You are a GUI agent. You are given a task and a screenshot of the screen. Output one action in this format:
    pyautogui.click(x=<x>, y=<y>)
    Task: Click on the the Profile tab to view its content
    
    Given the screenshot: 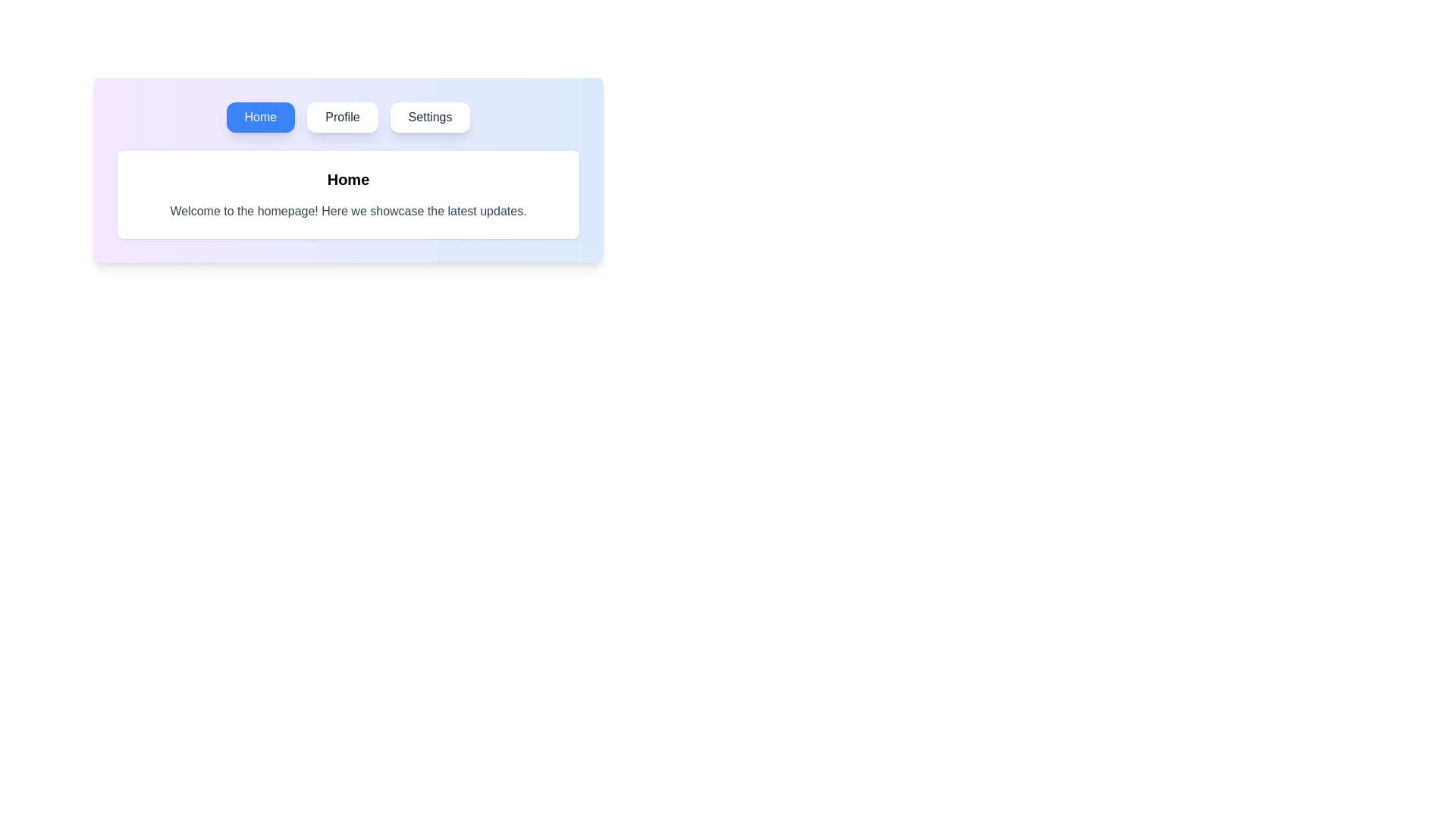 What is the action you would take?
    pyautogui.click(x=341, y=116)
    